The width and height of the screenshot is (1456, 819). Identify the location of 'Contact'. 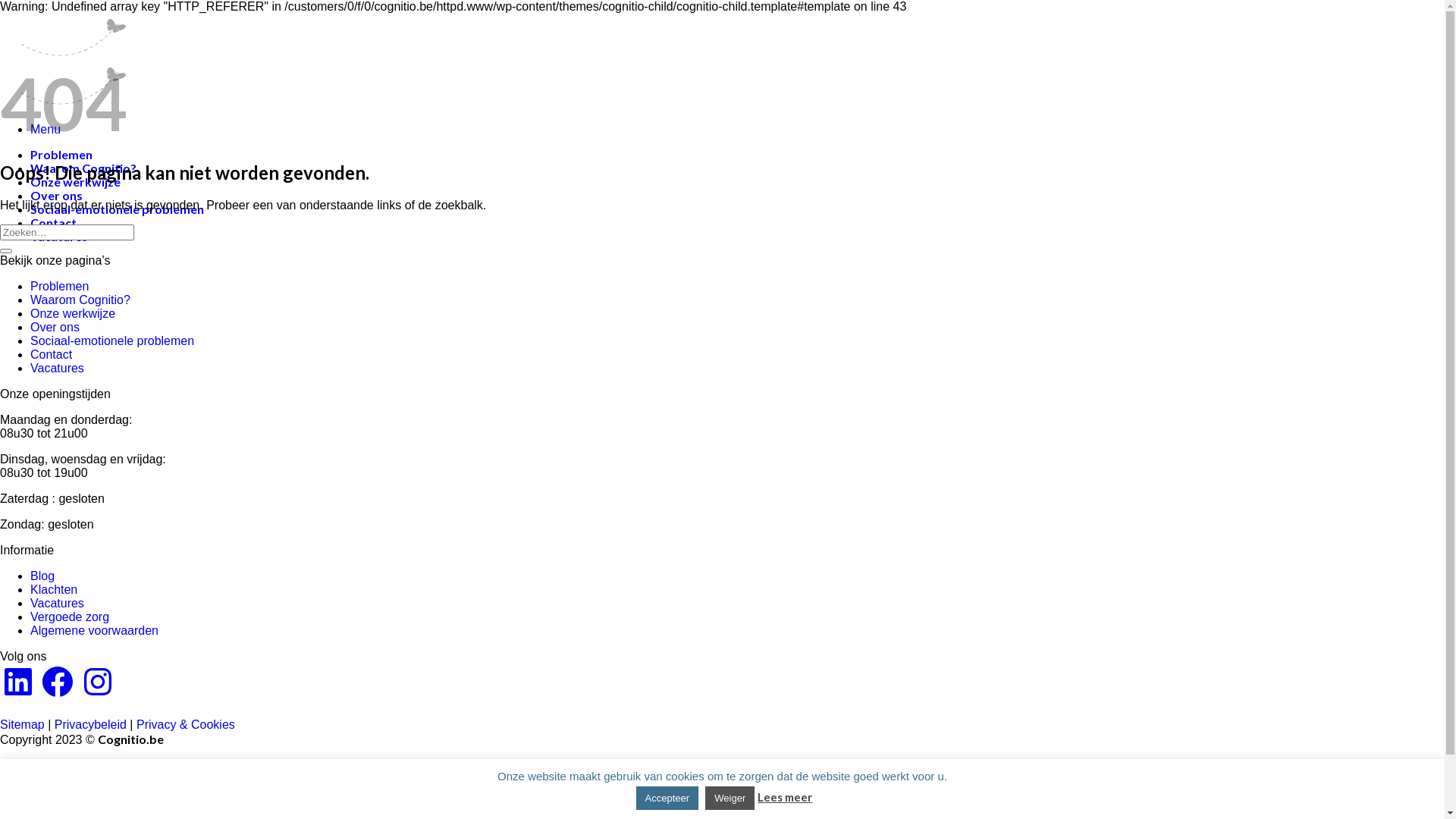
(51, 354).